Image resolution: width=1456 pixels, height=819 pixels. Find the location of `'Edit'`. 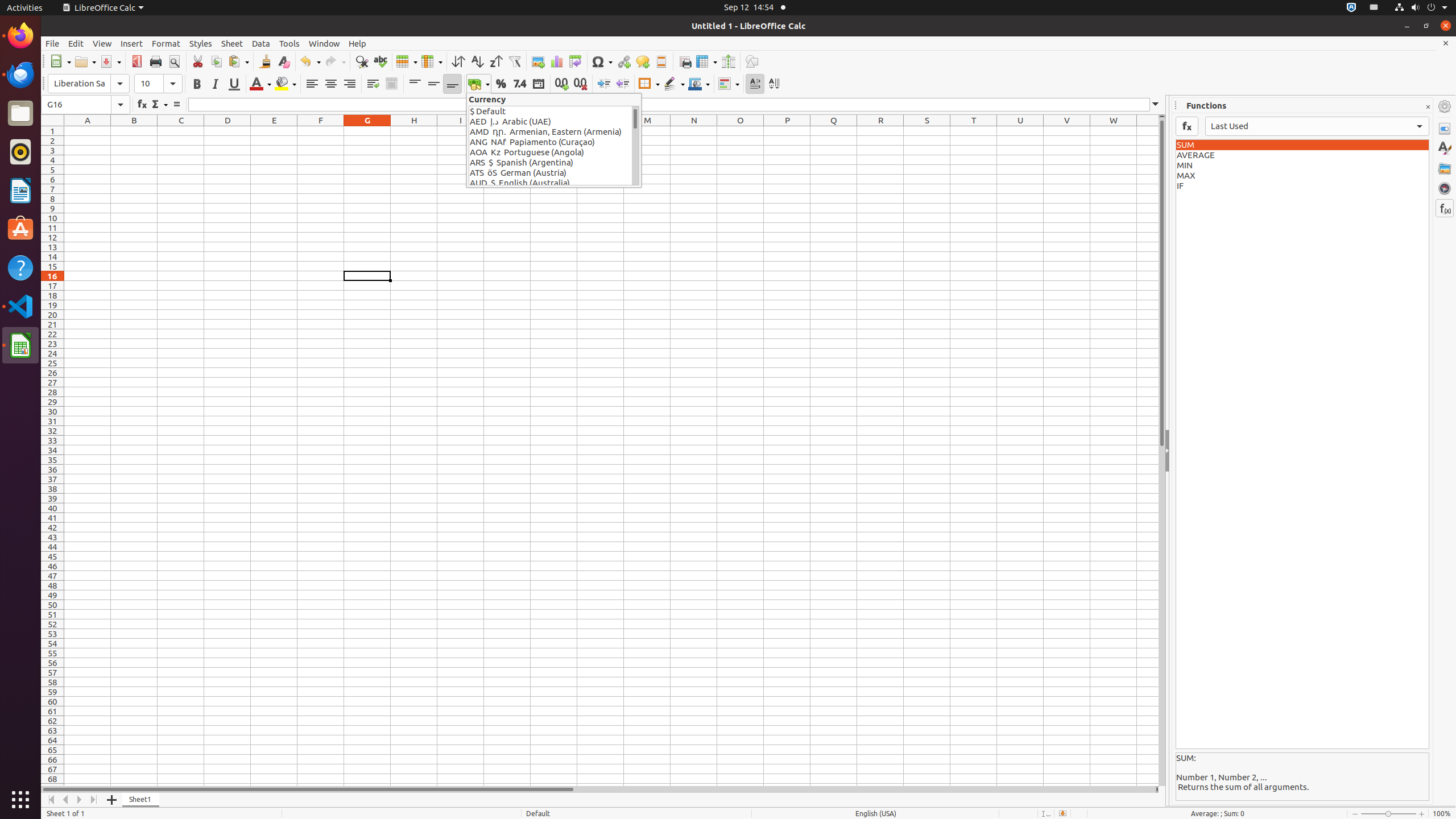

'Edit' is located at coordinates (76, 43).